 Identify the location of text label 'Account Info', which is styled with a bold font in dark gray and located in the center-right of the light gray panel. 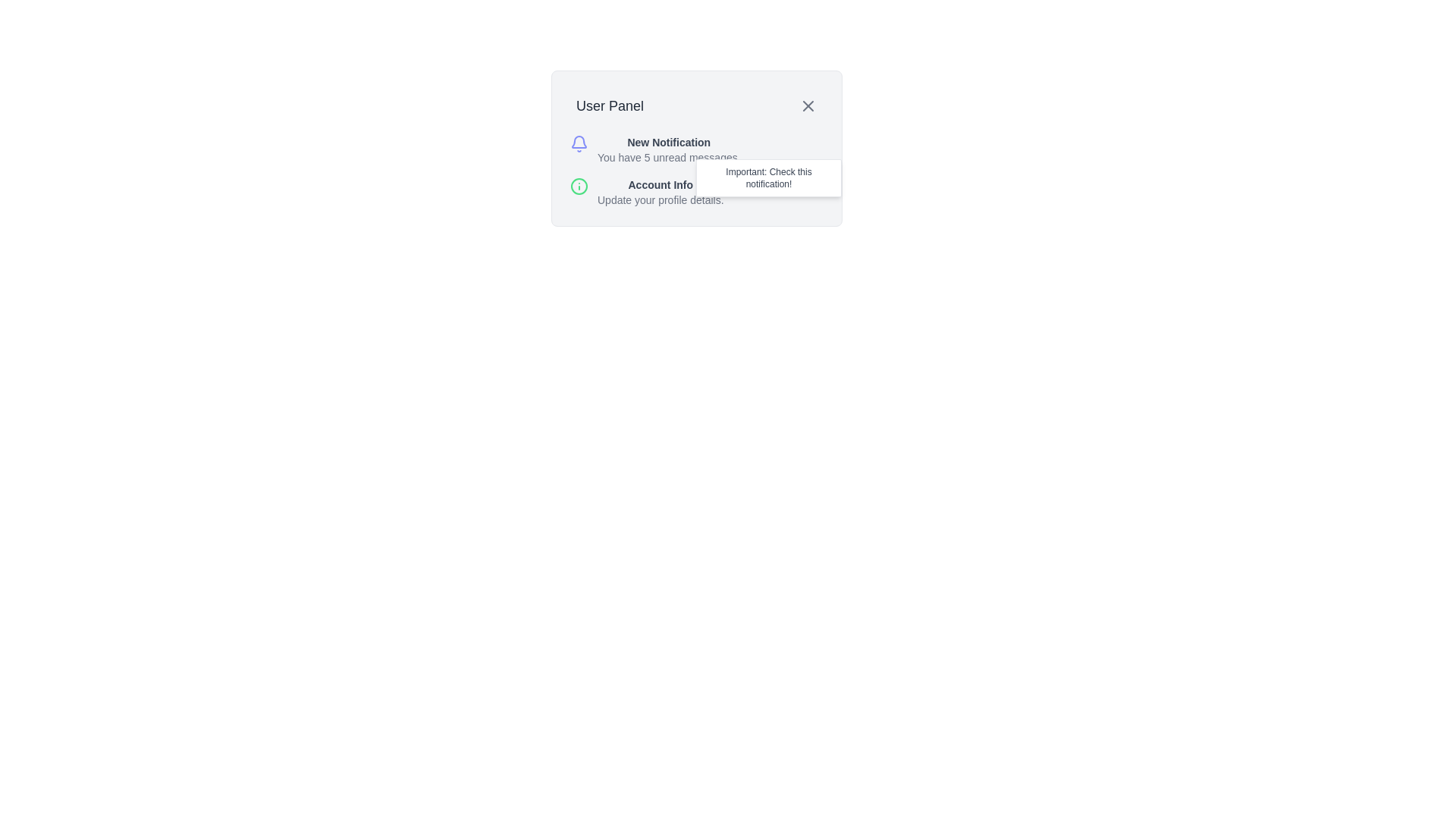
(661, 184).